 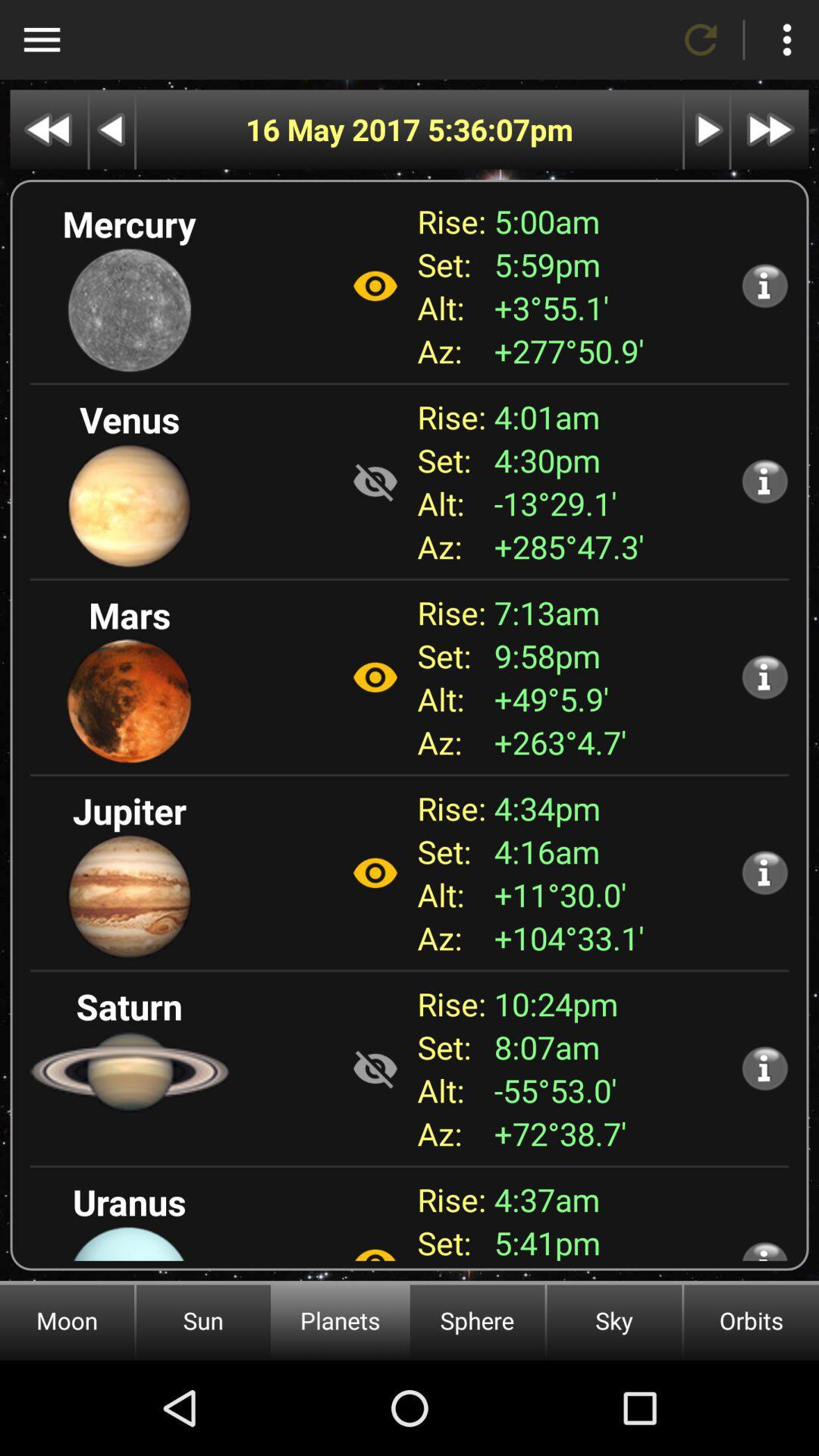 I want to click on show hide option, so click(x=375, y=873).